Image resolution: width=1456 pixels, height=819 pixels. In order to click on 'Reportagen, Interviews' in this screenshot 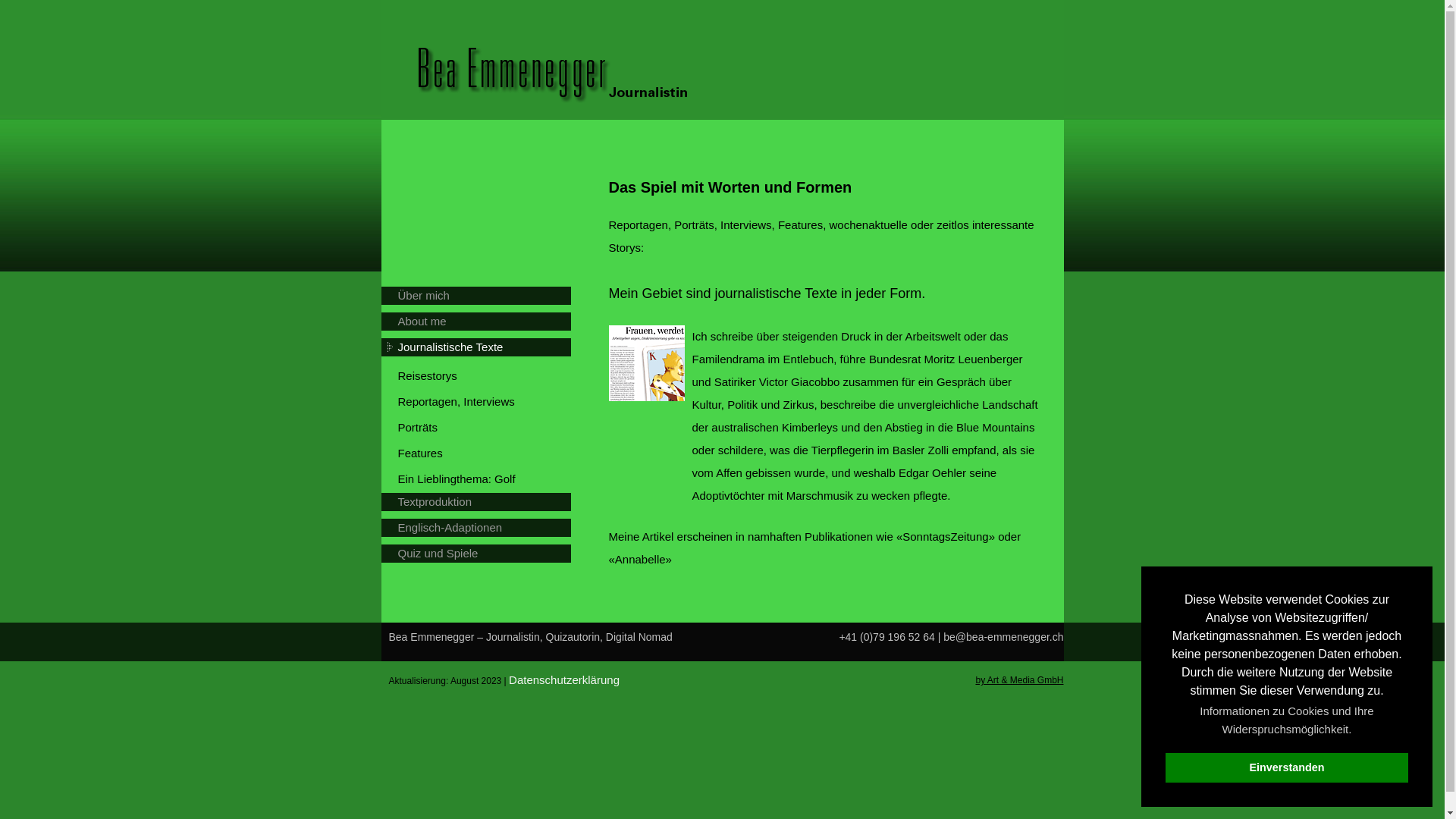, I will do `click(483, 400)`.